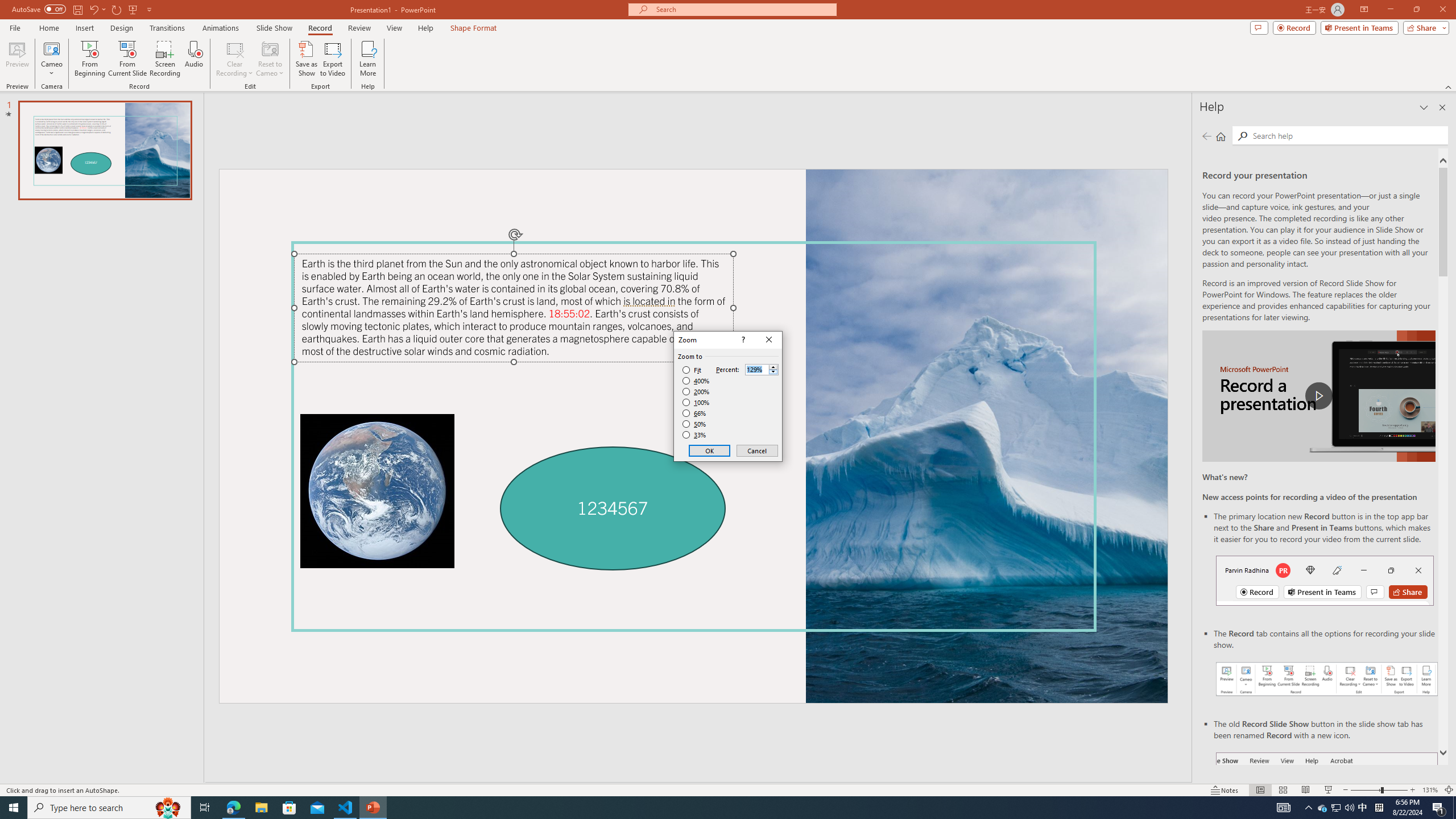 Image resolution: width=1456 pixels, height=819 pixels. I want to click on 'Record your presentations screenshot one', so click(1326, 678).